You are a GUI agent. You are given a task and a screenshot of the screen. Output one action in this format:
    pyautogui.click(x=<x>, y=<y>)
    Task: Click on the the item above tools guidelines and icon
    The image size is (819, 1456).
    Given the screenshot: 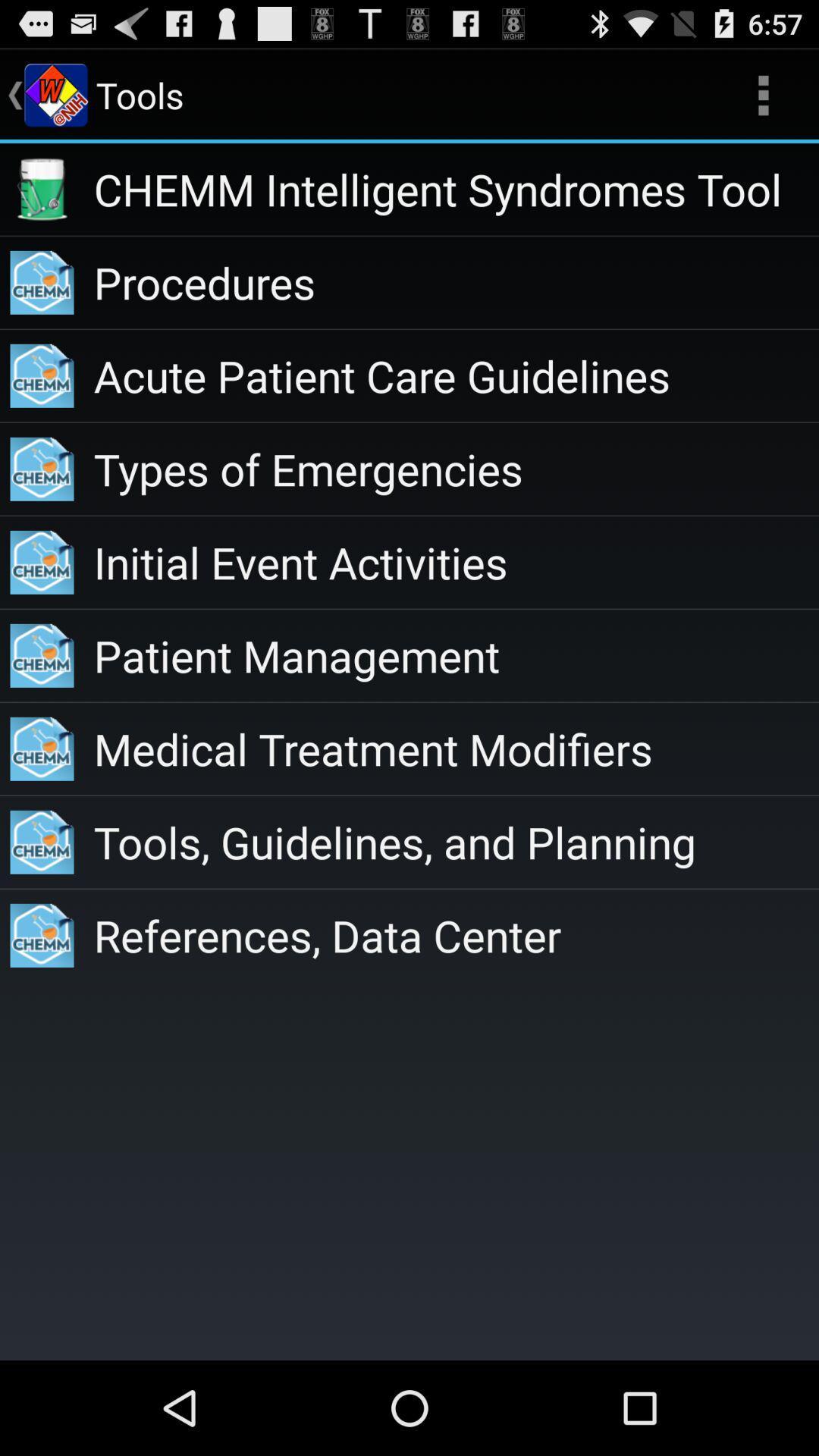 What is the action you would take?
    pyautogui.click(x=455, y=748)
    